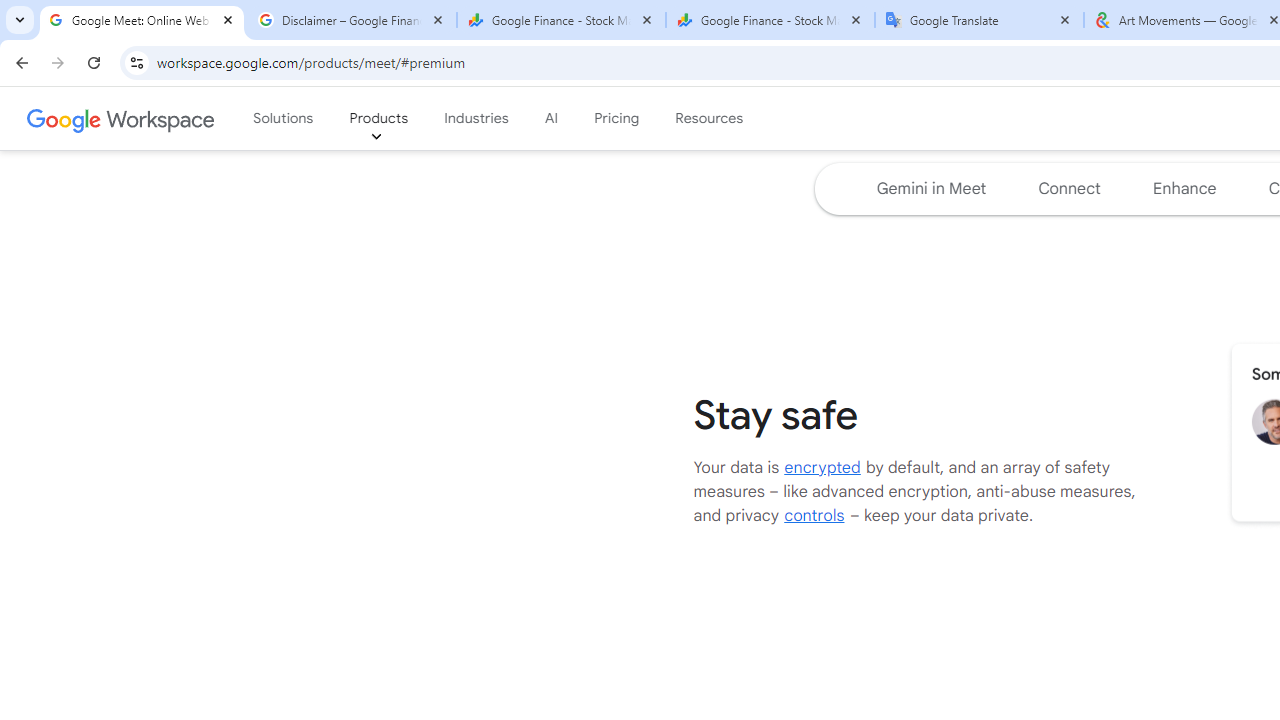 Image resolution: width=1280 pixels, height=720 pixels. Describe the element at coordinates (551, 119) in the screenshot. I see `'AI'` at that location.